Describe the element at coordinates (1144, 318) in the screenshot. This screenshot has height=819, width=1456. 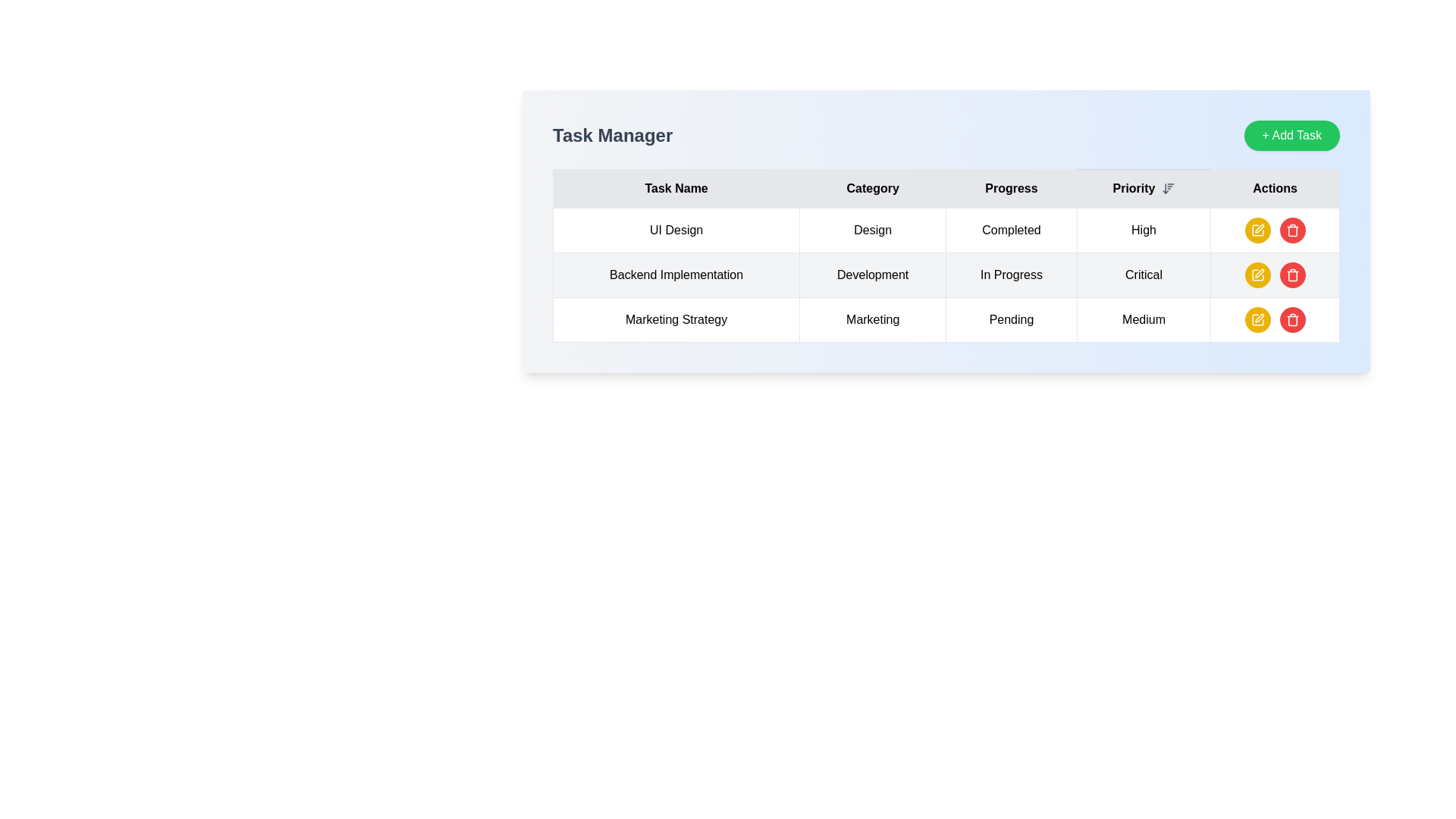
I see `the table cell containing the text 'Medium', which is located in the last visible cell of the row labeled 'Marketing Strategy' under the 'Priority' column header` at that location.